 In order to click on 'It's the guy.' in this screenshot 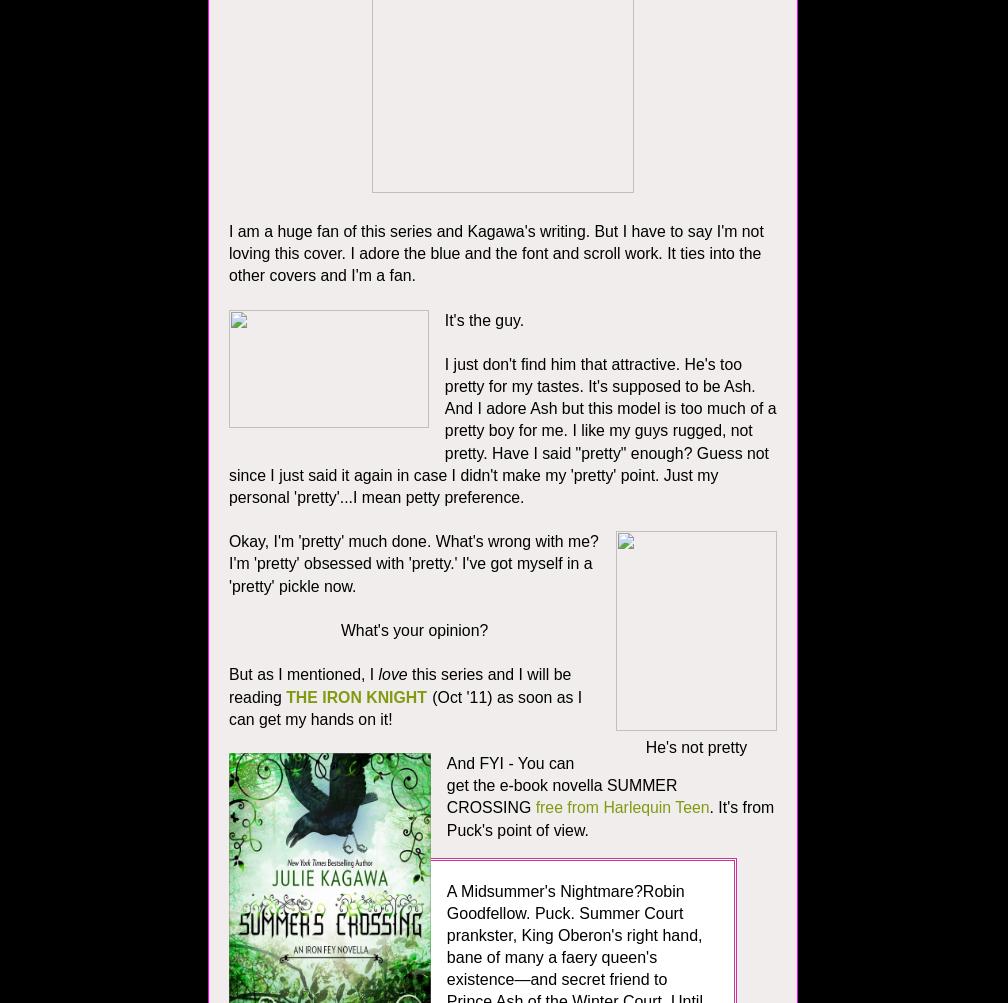, I will do `click(485, 318)`.